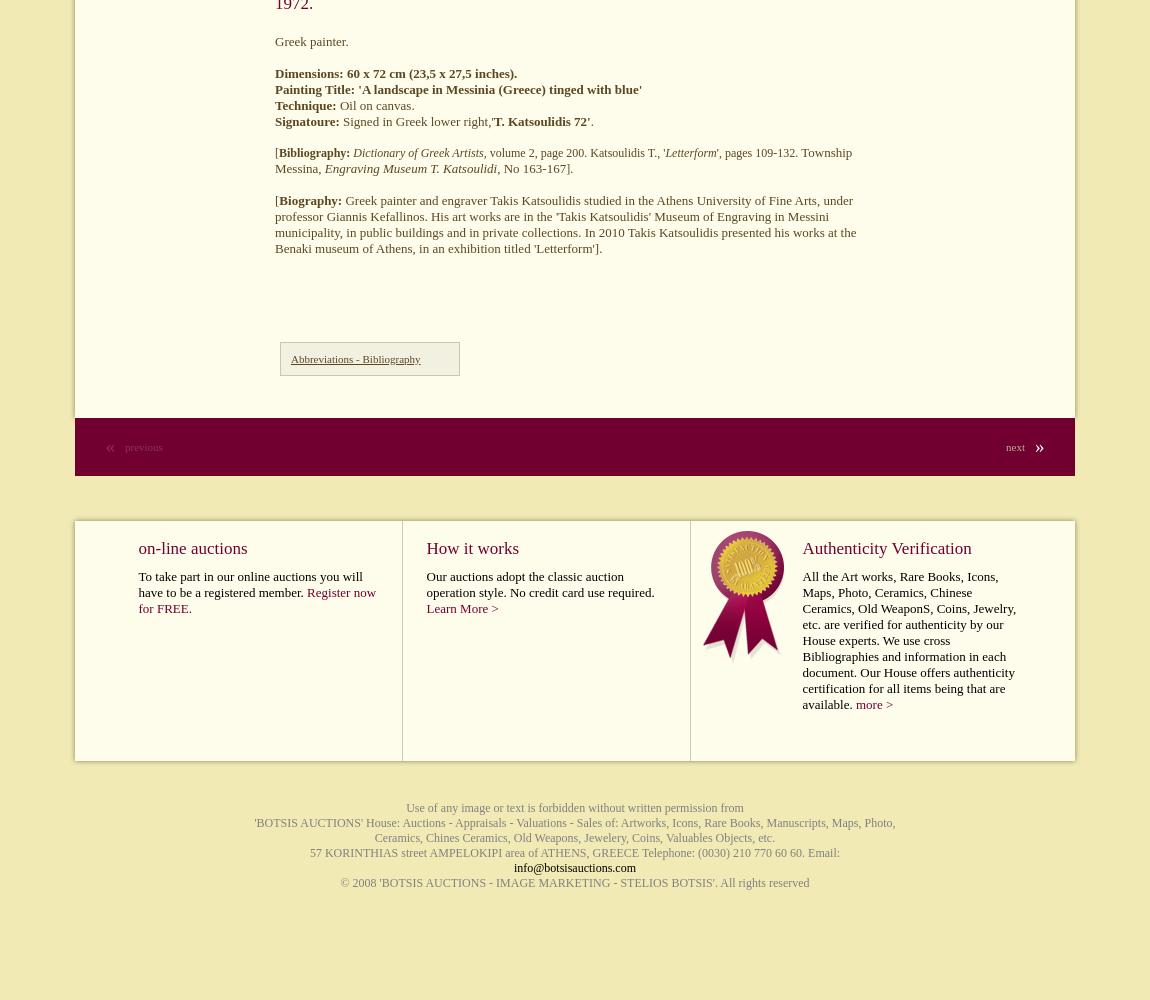 This screenshot has width=1150, height=1000. I want to click on '.', so click(590, 120).